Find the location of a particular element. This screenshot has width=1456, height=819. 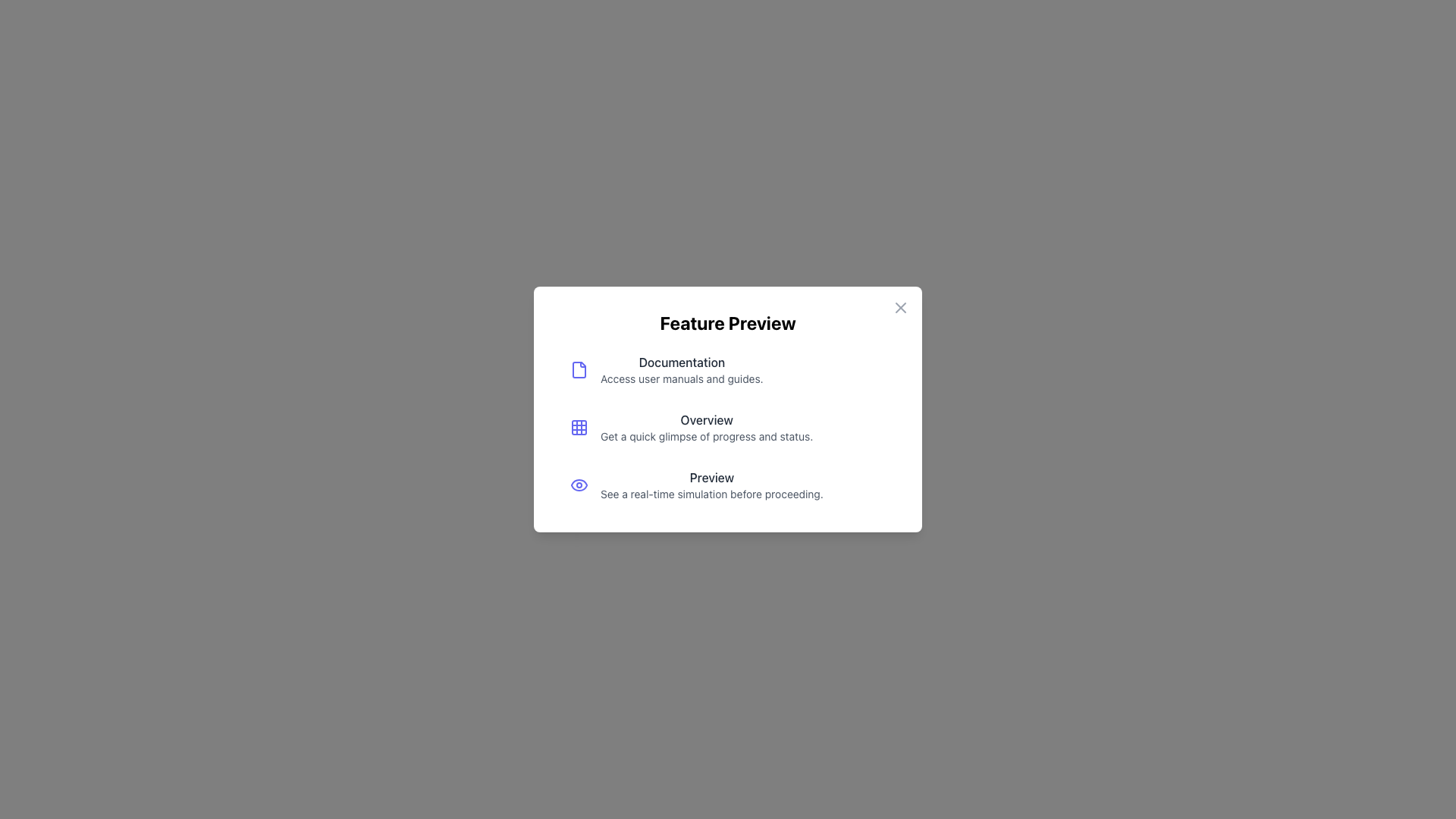

the small, square 'X' icon in the top-right corner of the white modal box is located at coordinates (901, 307).